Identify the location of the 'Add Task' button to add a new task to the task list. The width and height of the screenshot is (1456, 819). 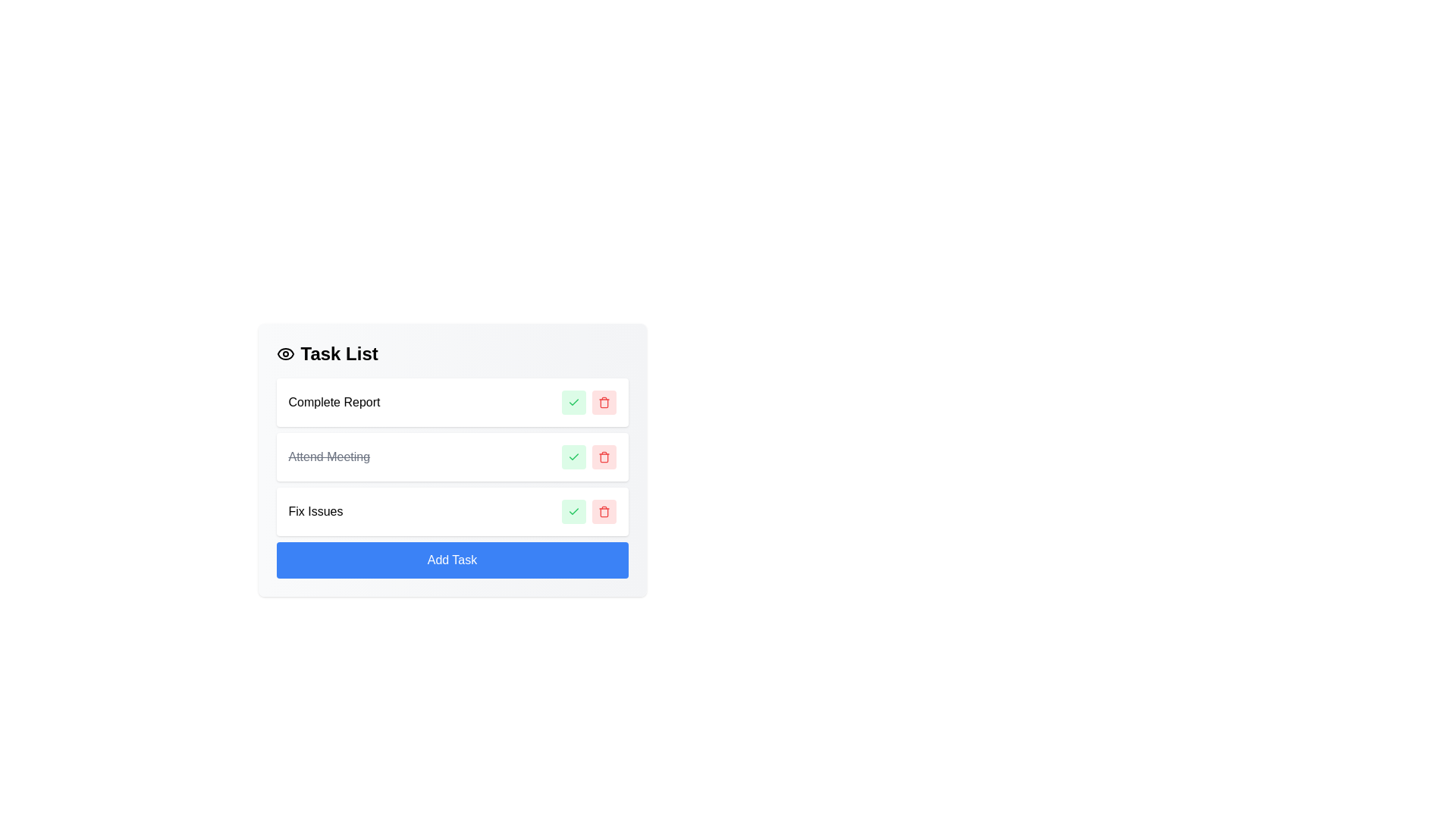
(451, 560).